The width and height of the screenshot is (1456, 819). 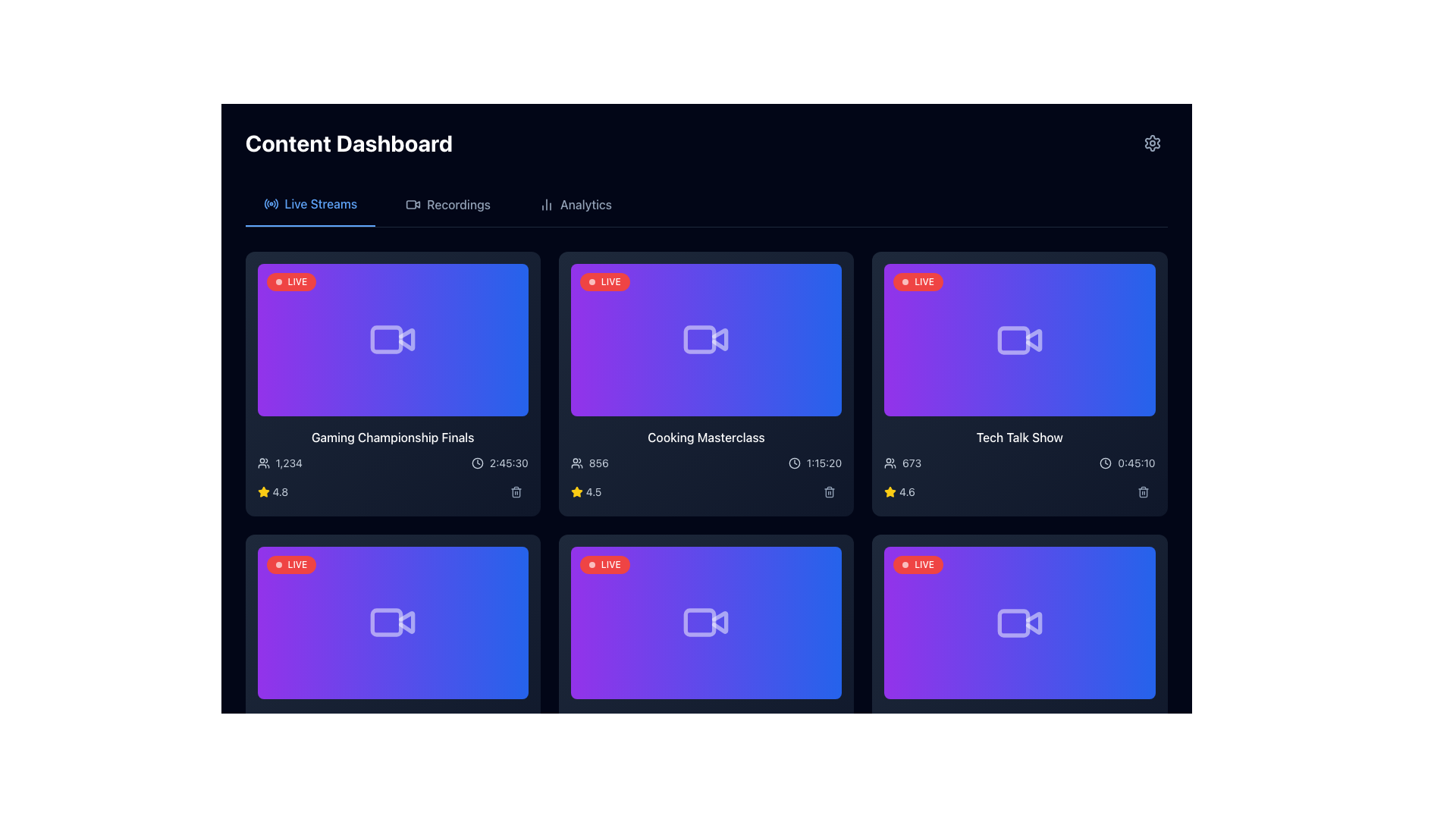 What do you see at coordinates (263, 491) in the screenshot?
I see `the five-pointed star icon with a yellow fill that indicates a rating of '4.8', located in the rating section of the first card` at bounding box center [263, 491].